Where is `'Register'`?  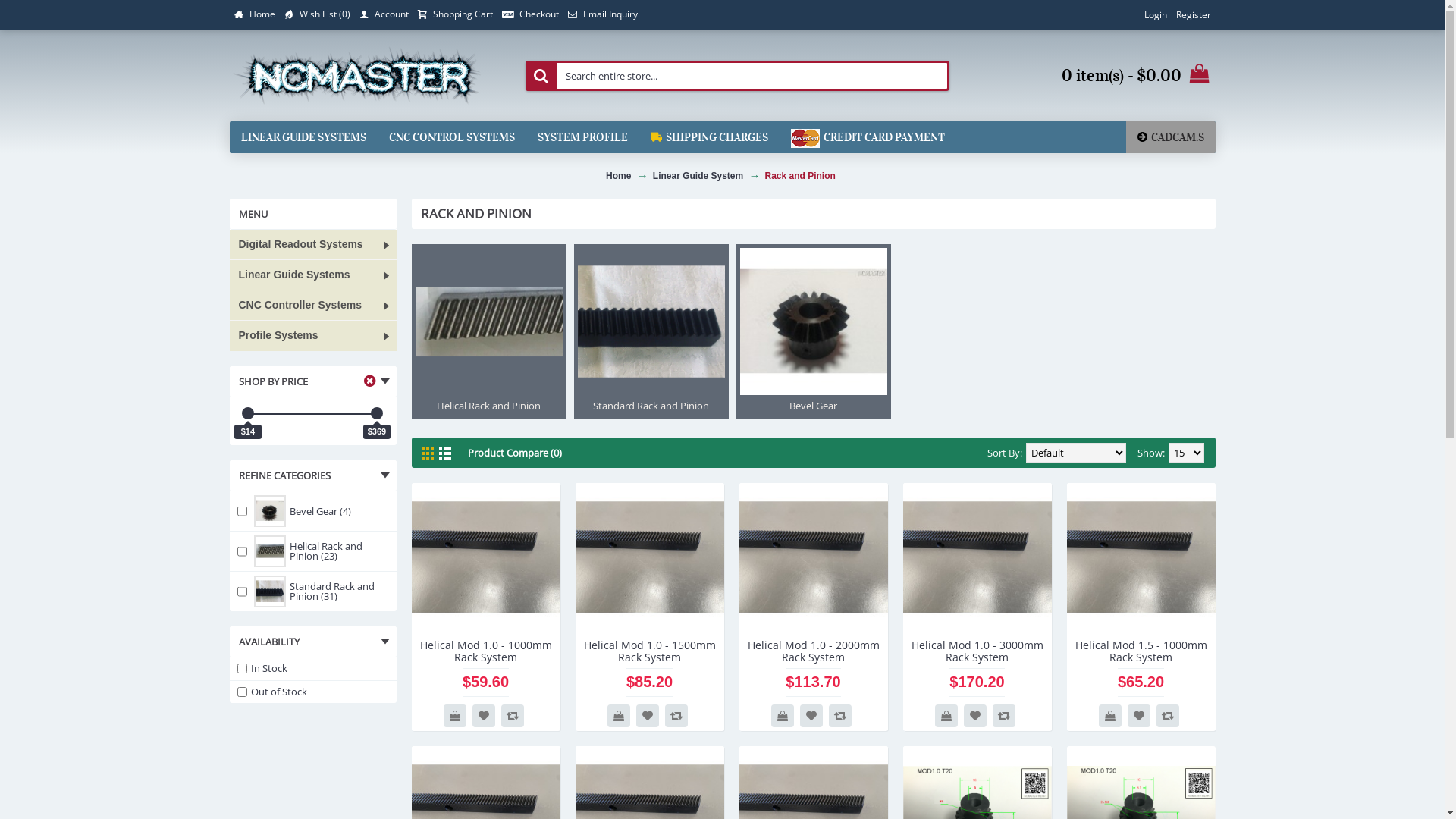
'Register' is located at coordinates (1192, 14).